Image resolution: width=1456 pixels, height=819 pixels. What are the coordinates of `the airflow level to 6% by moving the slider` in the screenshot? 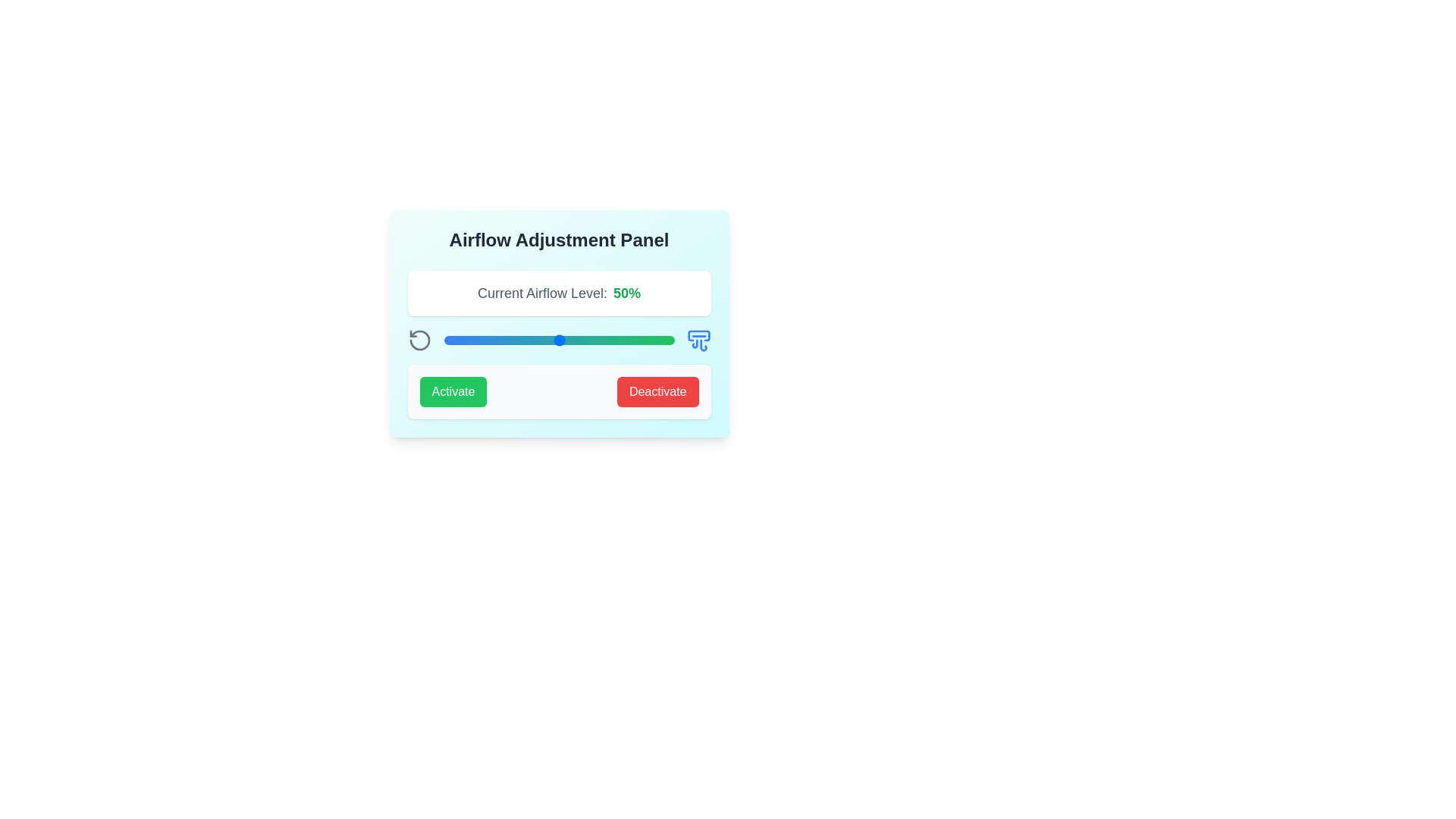 It's located at (457, 339).